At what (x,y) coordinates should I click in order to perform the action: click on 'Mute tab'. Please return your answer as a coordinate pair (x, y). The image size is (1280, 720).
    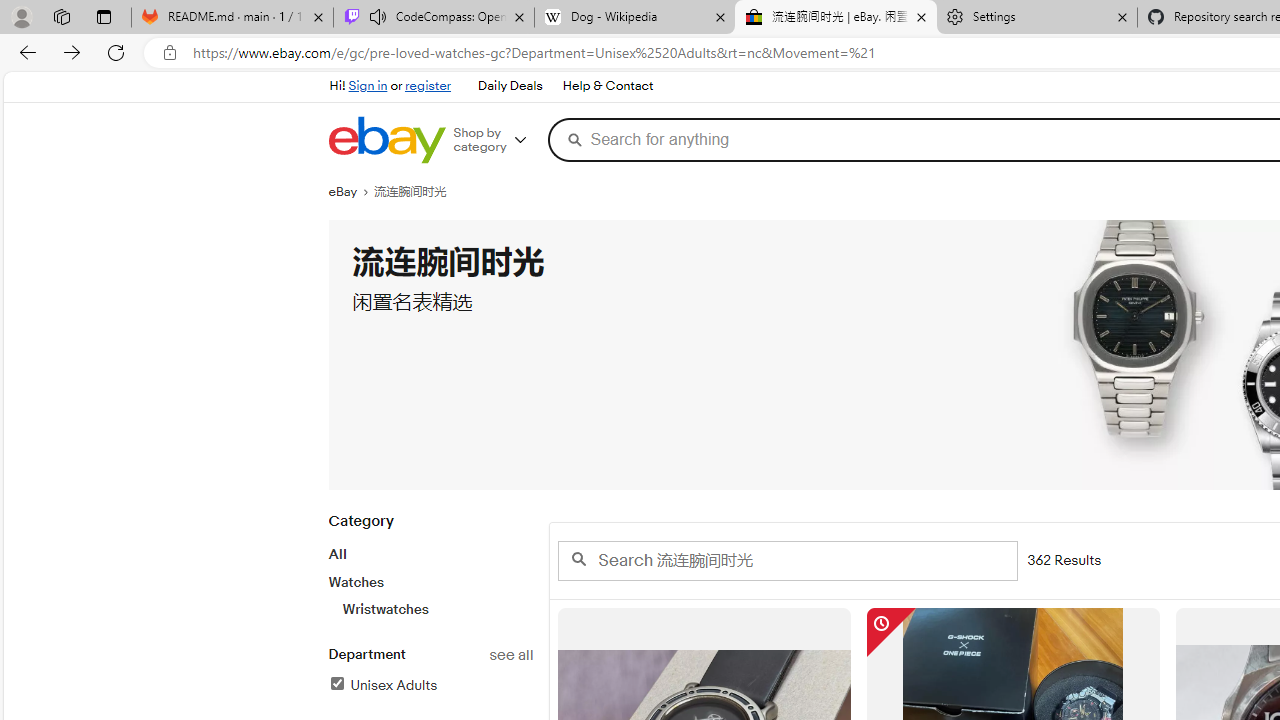
    Looking at the image, I should click on (378, 16).